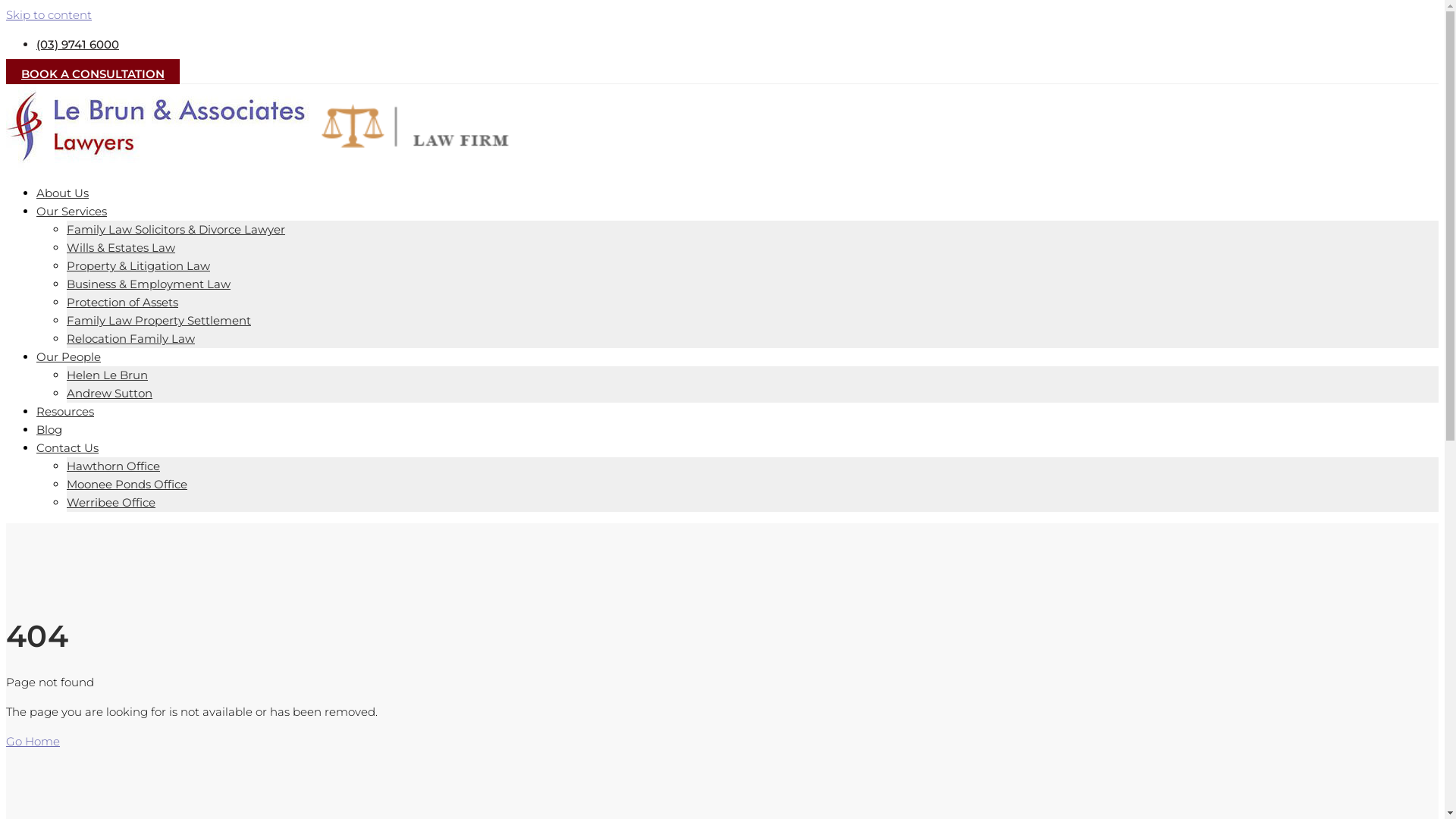 The width and height of the screenshot is (1456, 819). Describe the element at coordinates (33, 740) in the screenshot. I see `'Go Home'` at that location.